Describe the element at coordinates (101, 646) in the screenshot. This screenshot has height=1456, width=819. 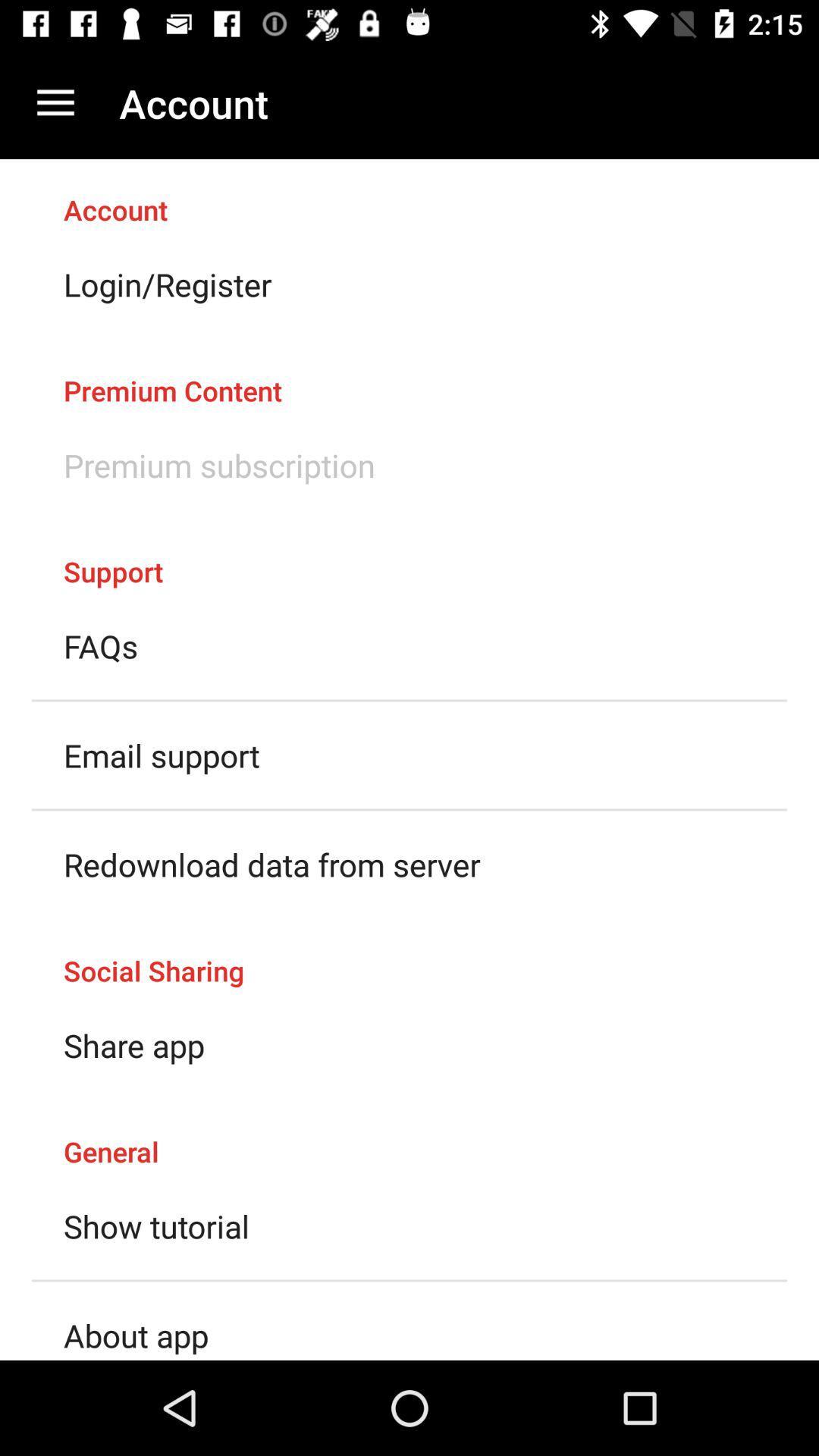
I see `faqs item` at that location.